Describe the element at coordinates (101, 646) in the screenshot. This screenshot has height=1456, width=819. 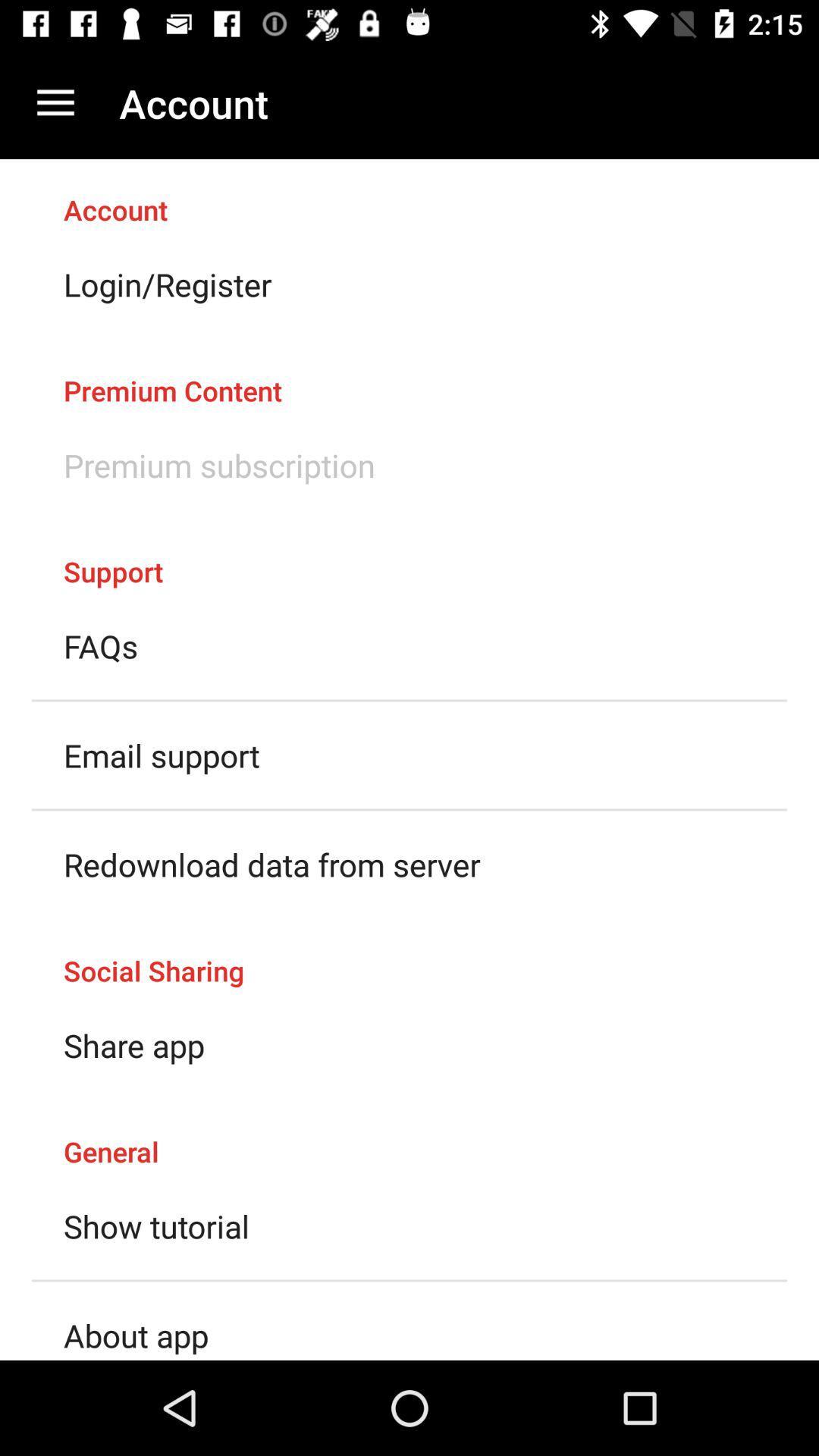
I see `faqs item` at that location.